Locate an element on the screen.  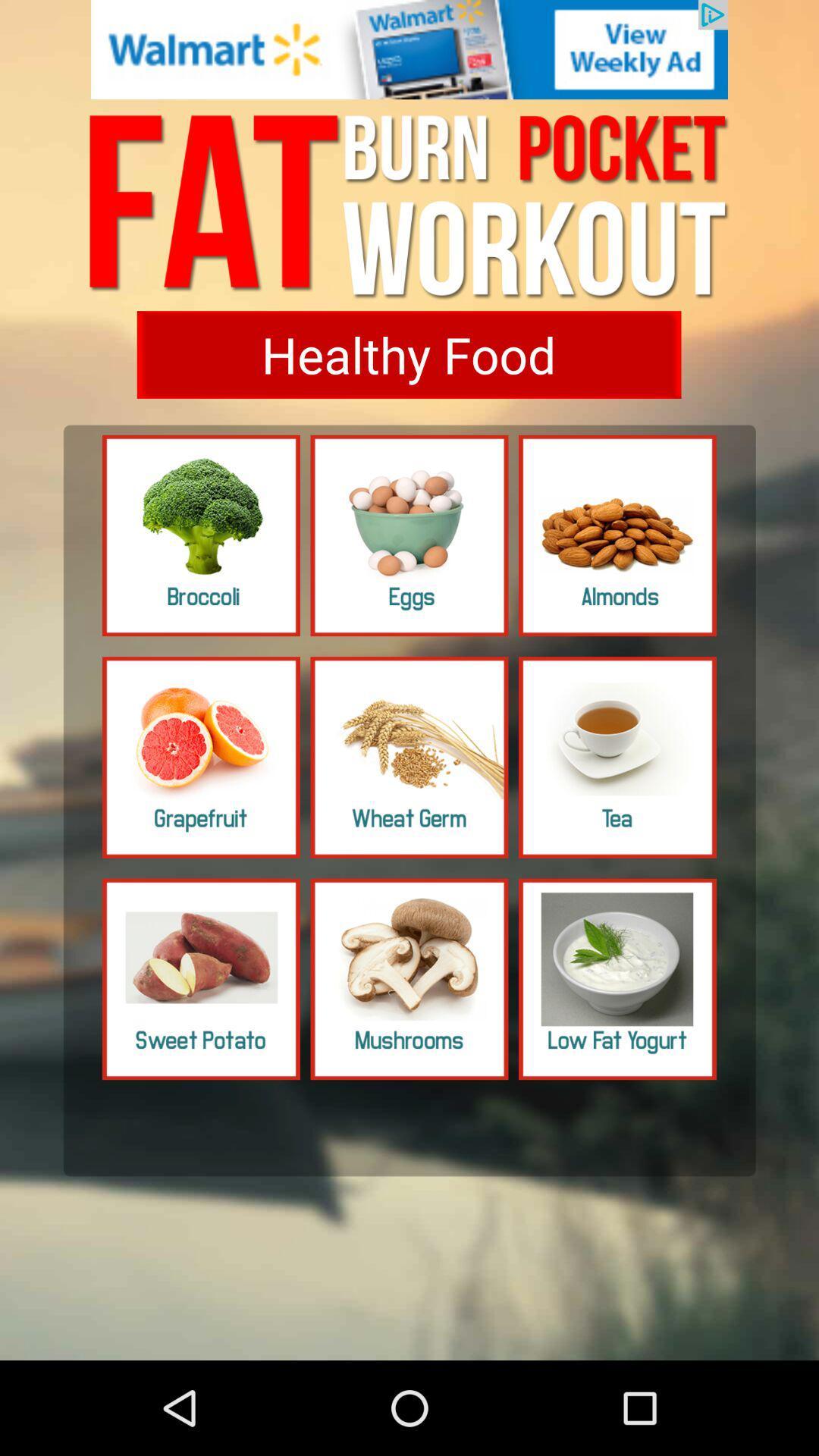
choose mushroom is located at coordinates (409, 979).